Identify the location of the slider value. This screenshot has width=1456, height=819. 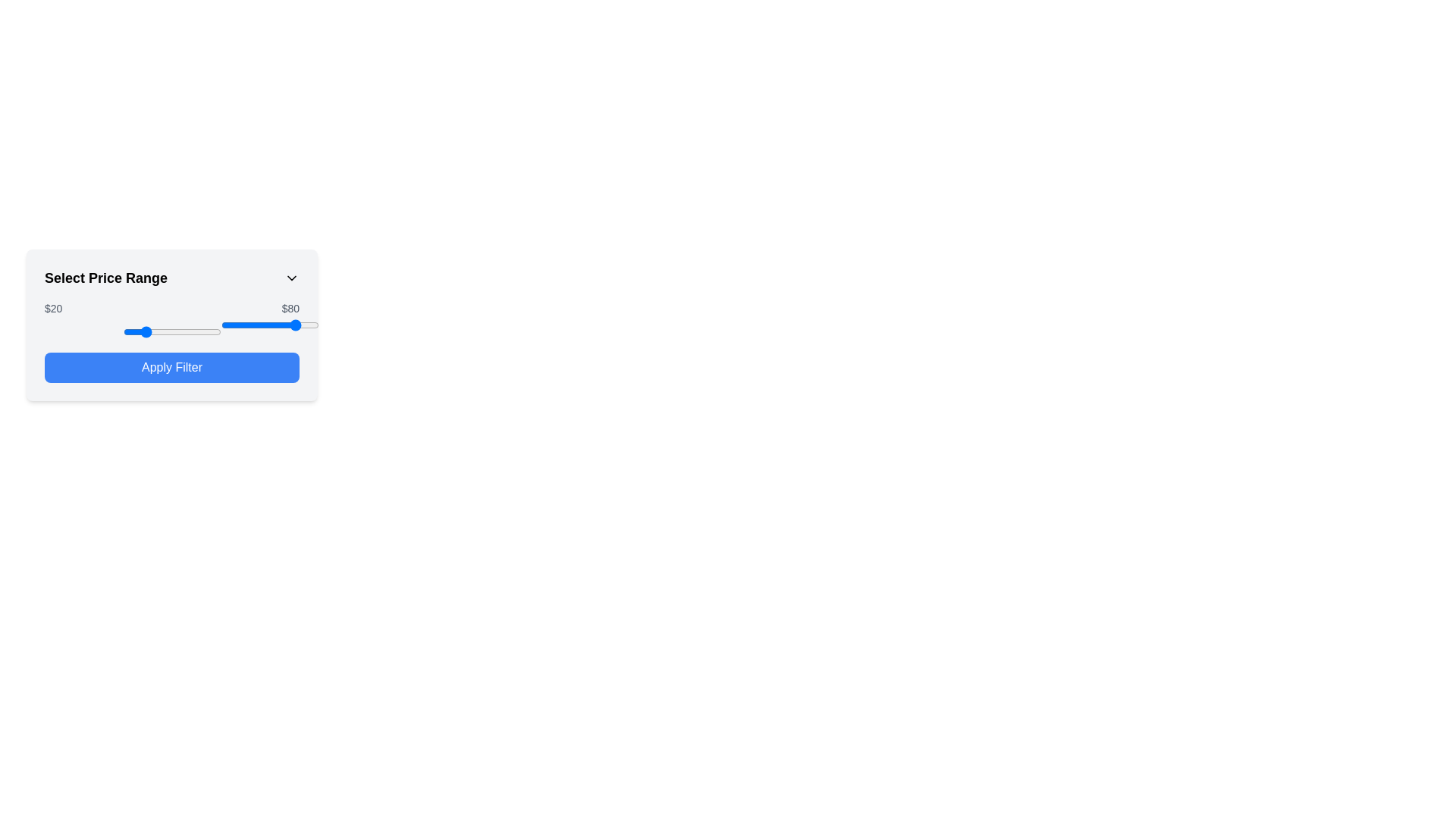
(130, 331).